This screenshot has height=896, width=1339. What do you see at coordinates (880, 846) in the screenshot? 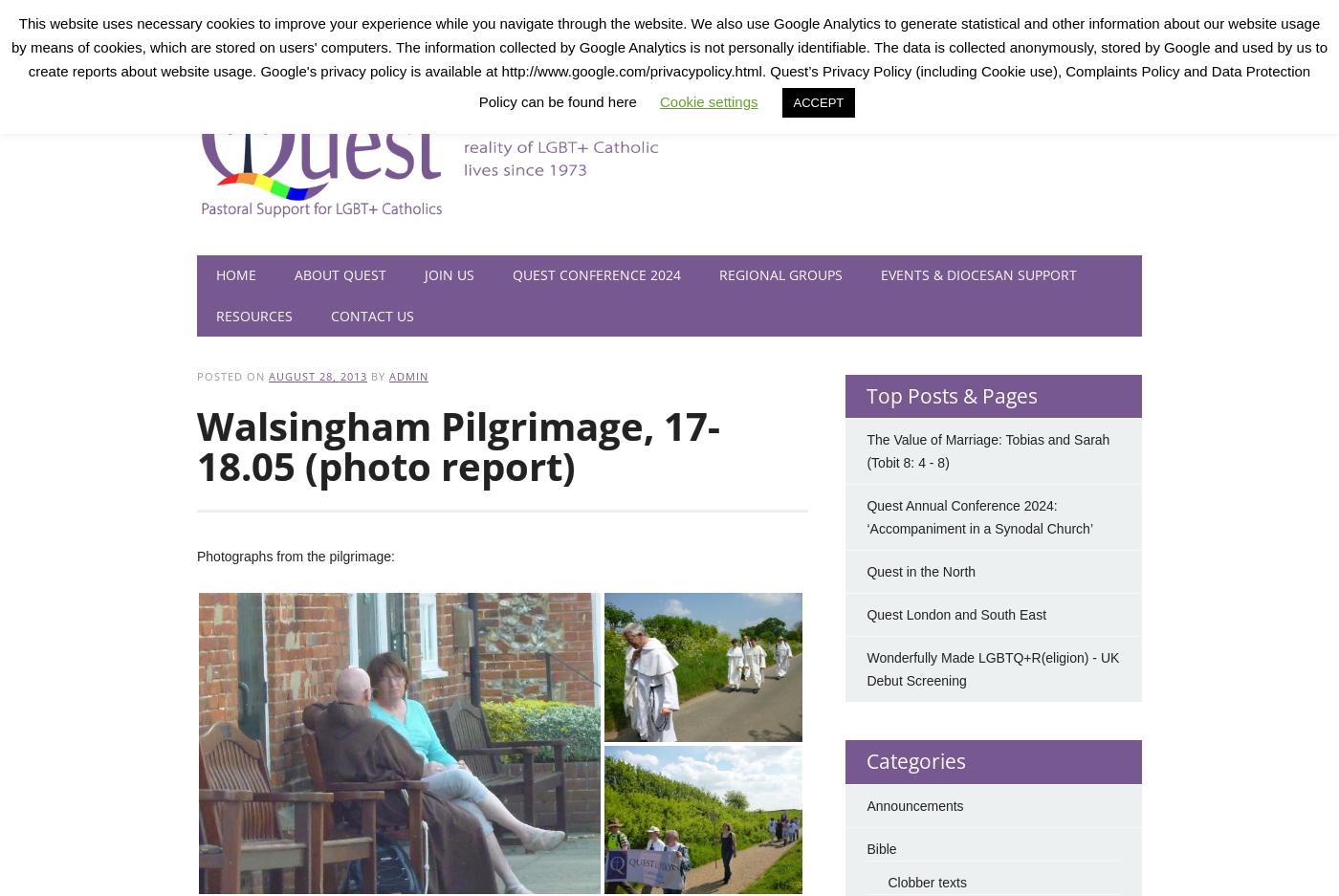
I see `'Bible'` at bounding box center [880, 846].